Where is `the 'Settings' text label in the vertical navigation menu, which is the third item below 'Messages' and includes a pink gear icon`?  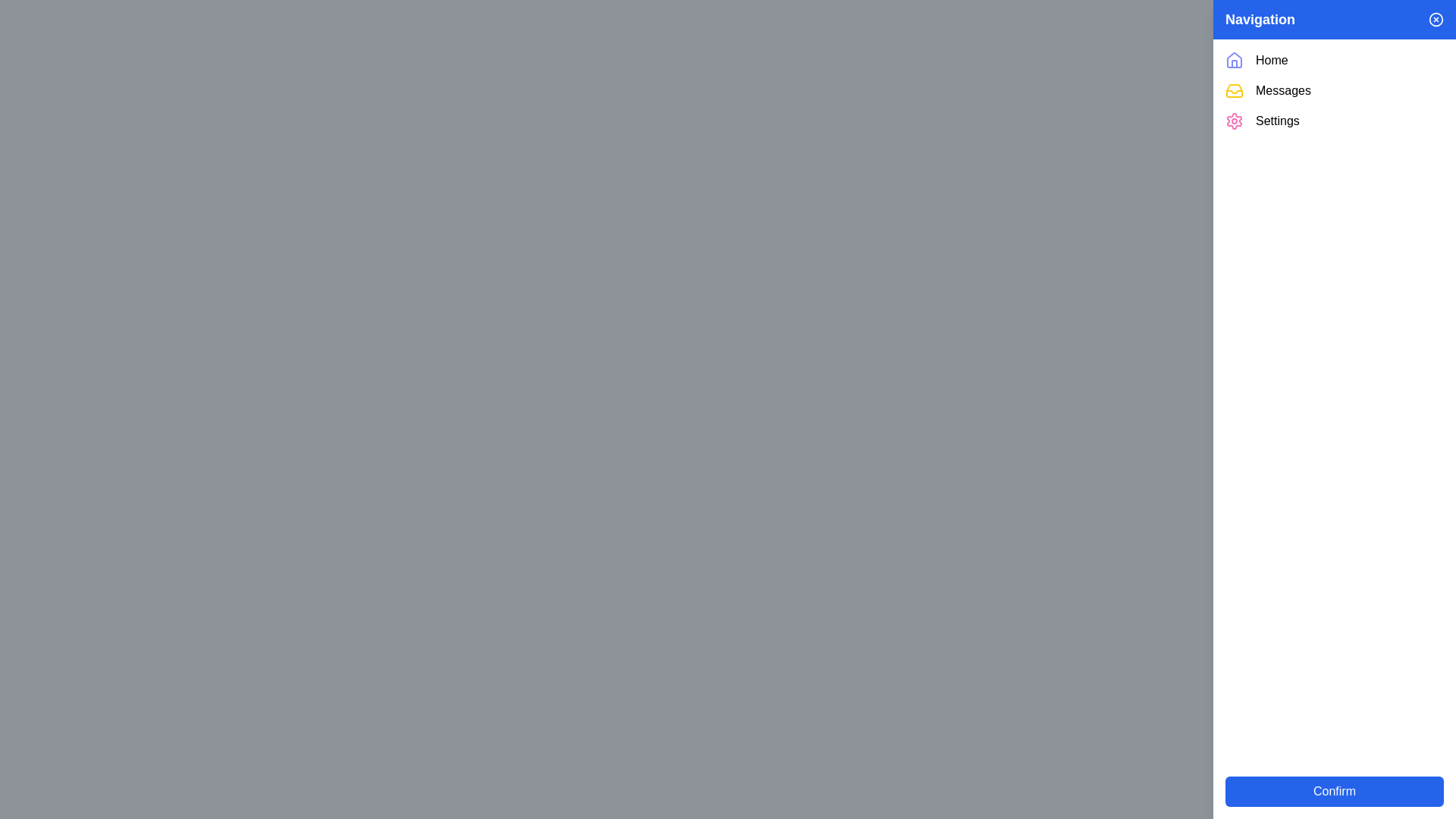 the 'Settings' text label in the vertical navigation menu, which is the third item below 'Messages' and includes a pink gear icon is located at coordinates (1276, 120).